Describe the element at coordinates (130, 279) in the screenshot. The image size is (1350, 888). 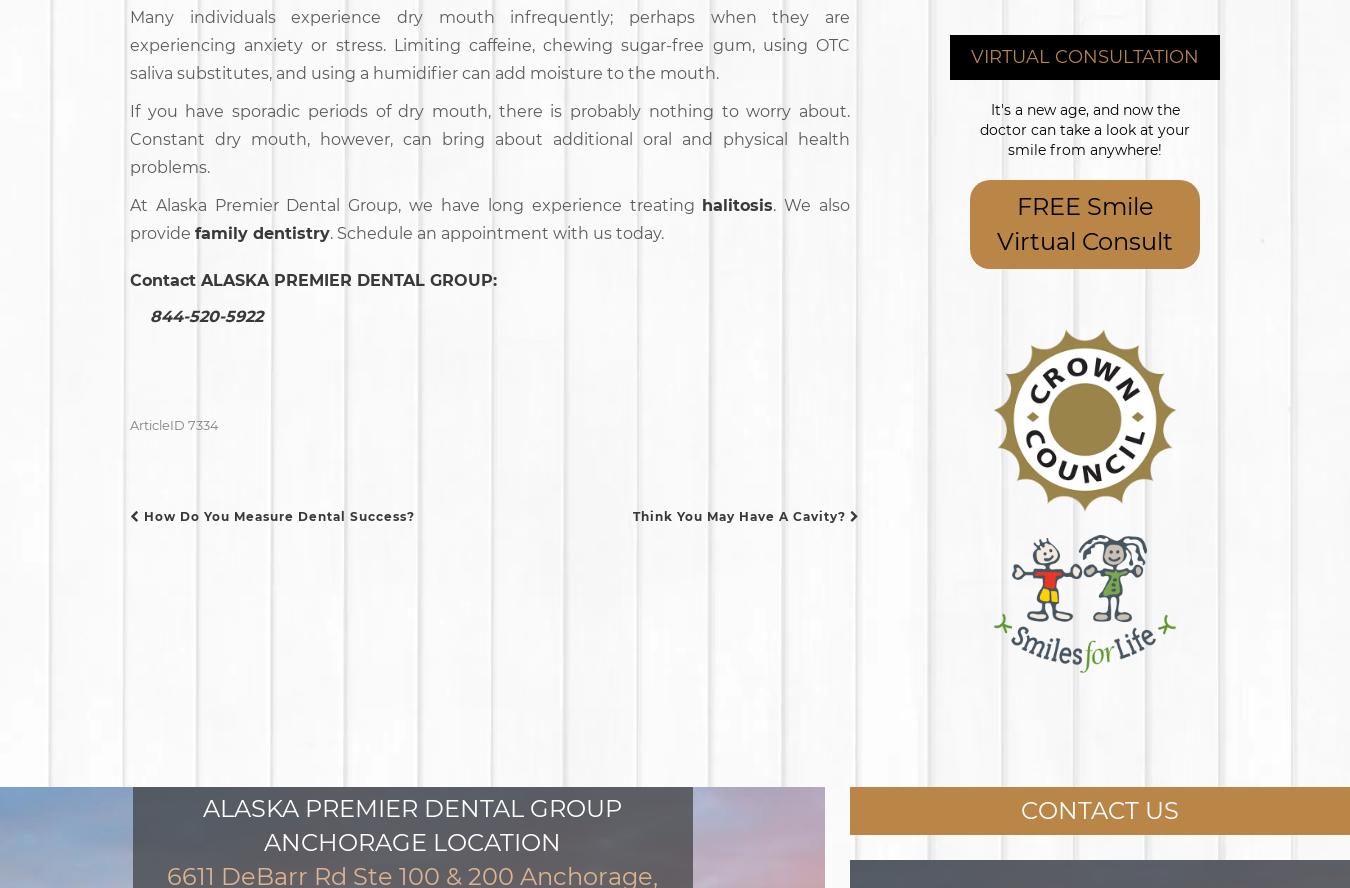
I see `'Contact'` at that location.